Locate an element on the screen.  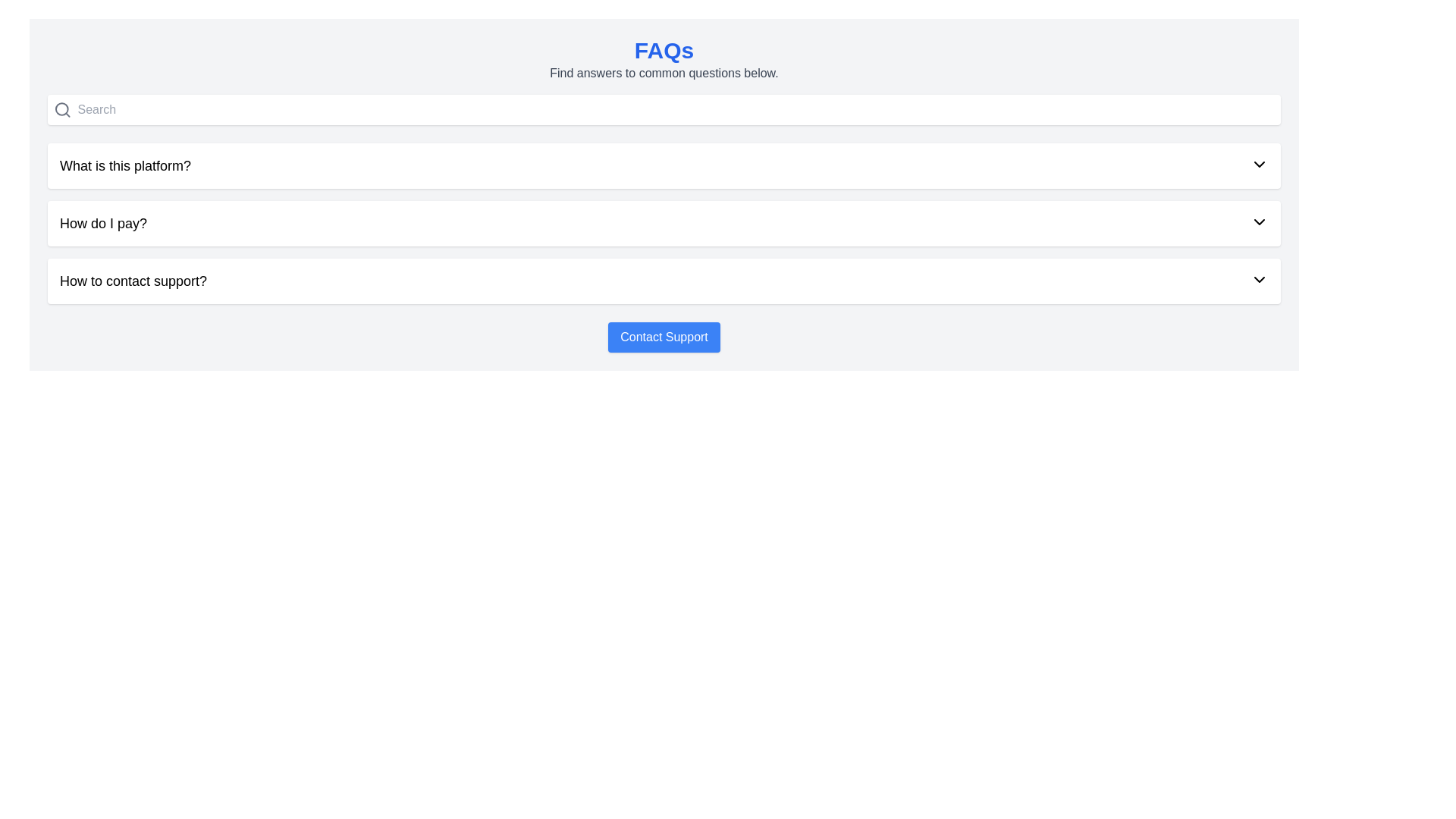
the second collapsible FAQ item related to 'How do I pay?' is located at coordinates (664, 223).